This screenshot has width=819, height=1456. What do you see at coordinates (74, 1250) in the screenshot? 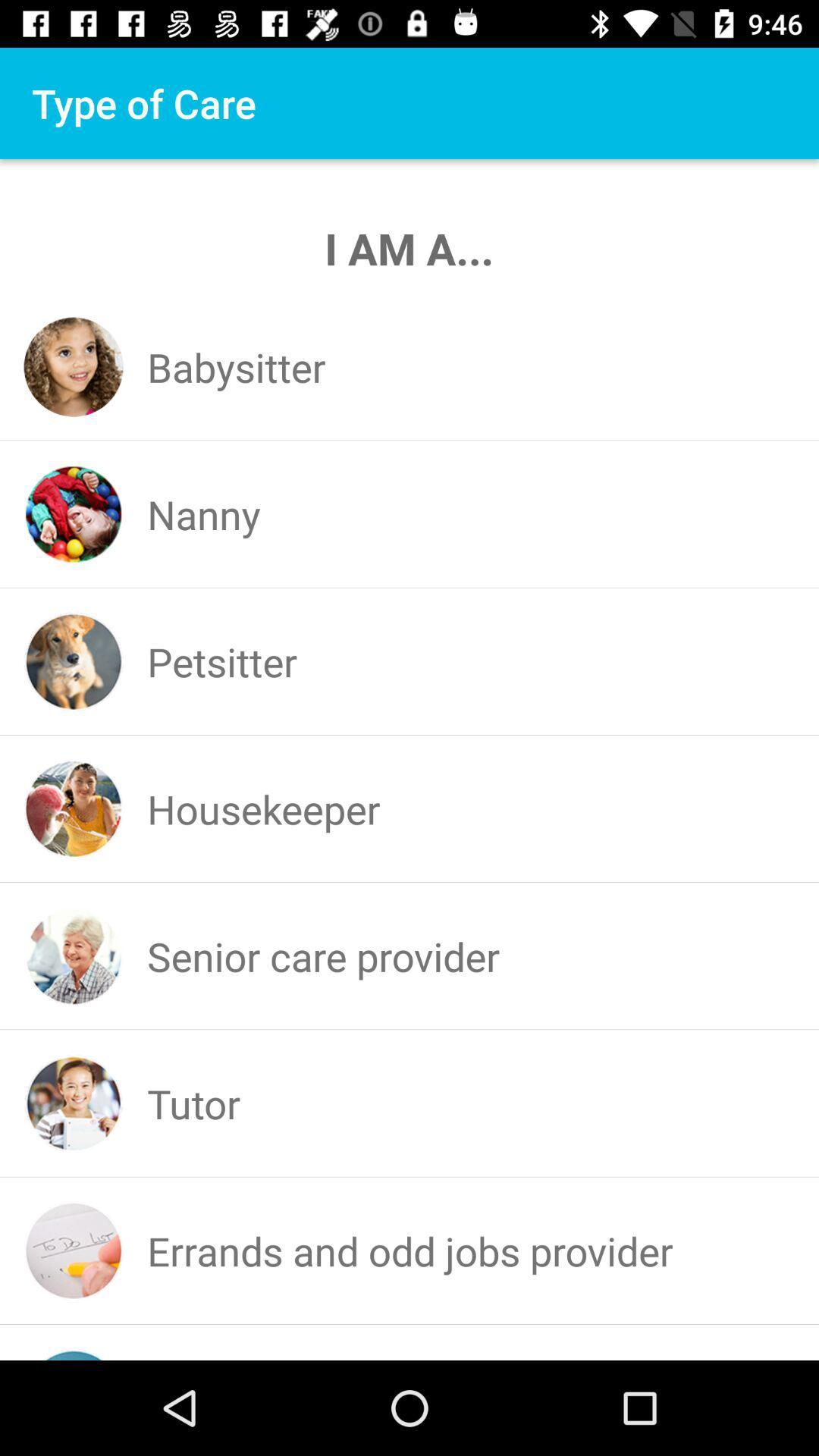
I see `icon in seventh option` at bounding box center [74, 1250].